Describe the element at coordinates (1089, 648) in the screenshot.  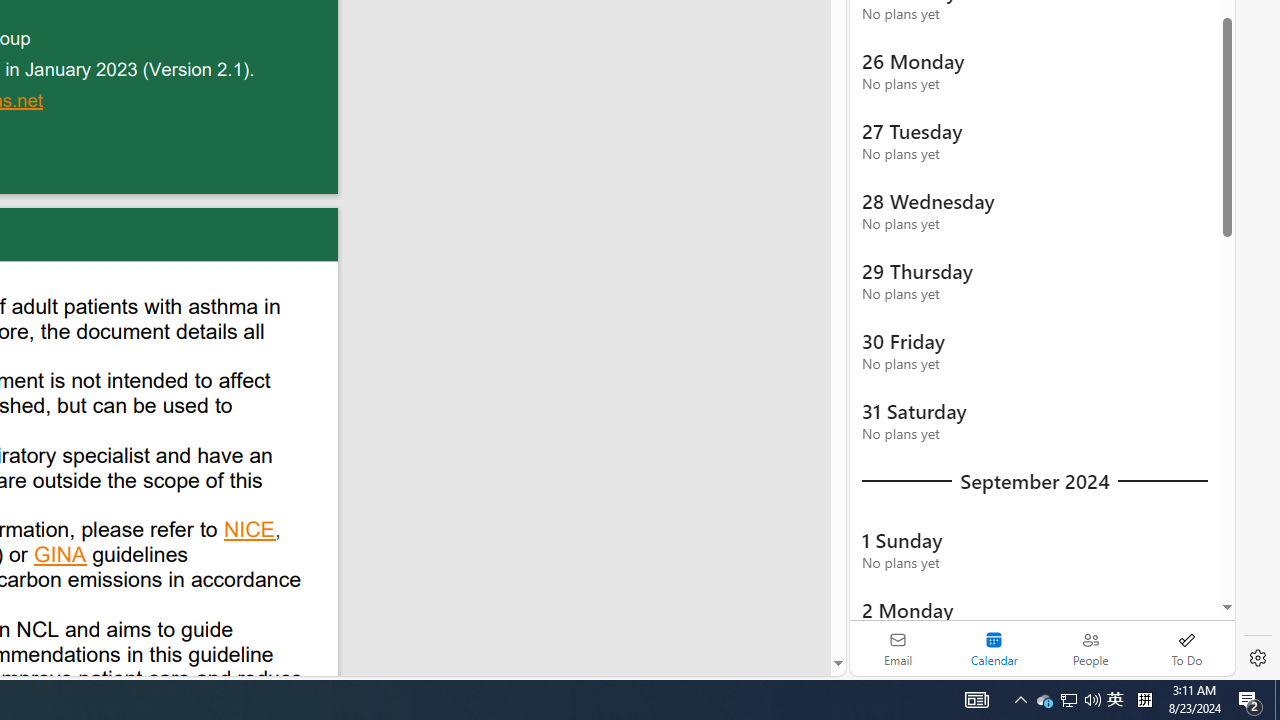
I see `'People'` at that location.